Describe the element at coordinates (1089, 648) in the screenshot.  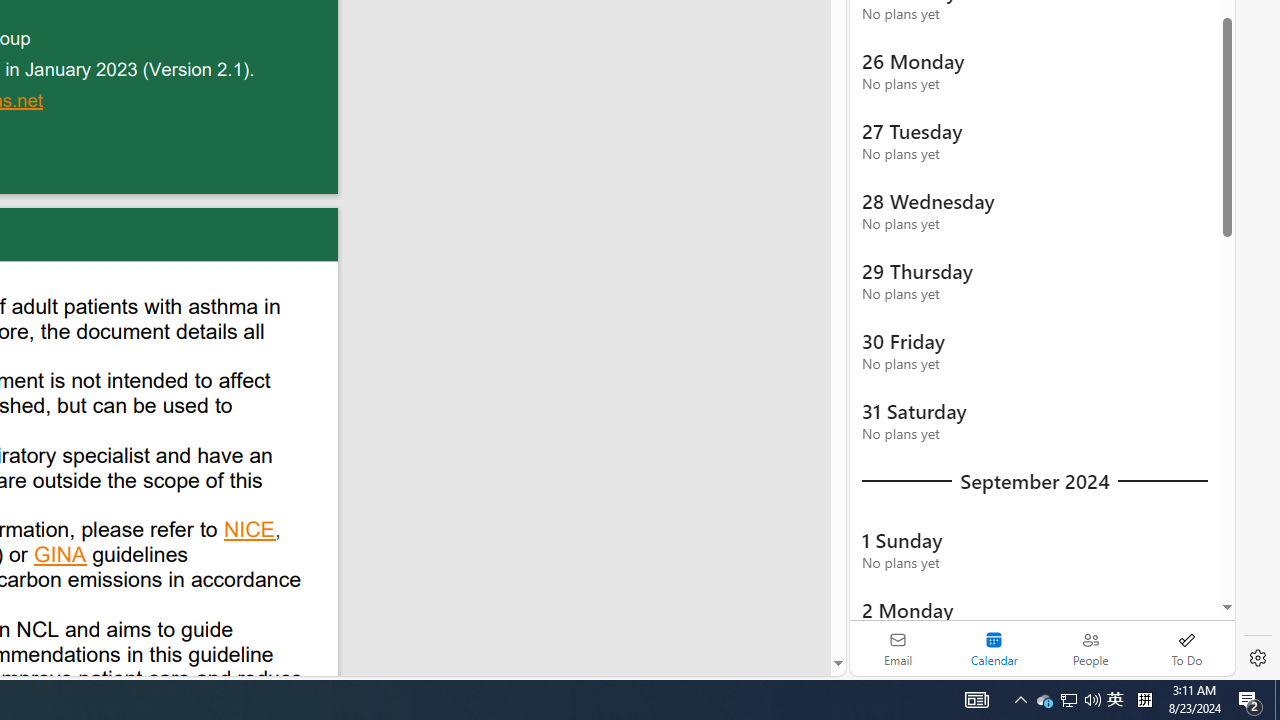
I see `'People'` at that location.